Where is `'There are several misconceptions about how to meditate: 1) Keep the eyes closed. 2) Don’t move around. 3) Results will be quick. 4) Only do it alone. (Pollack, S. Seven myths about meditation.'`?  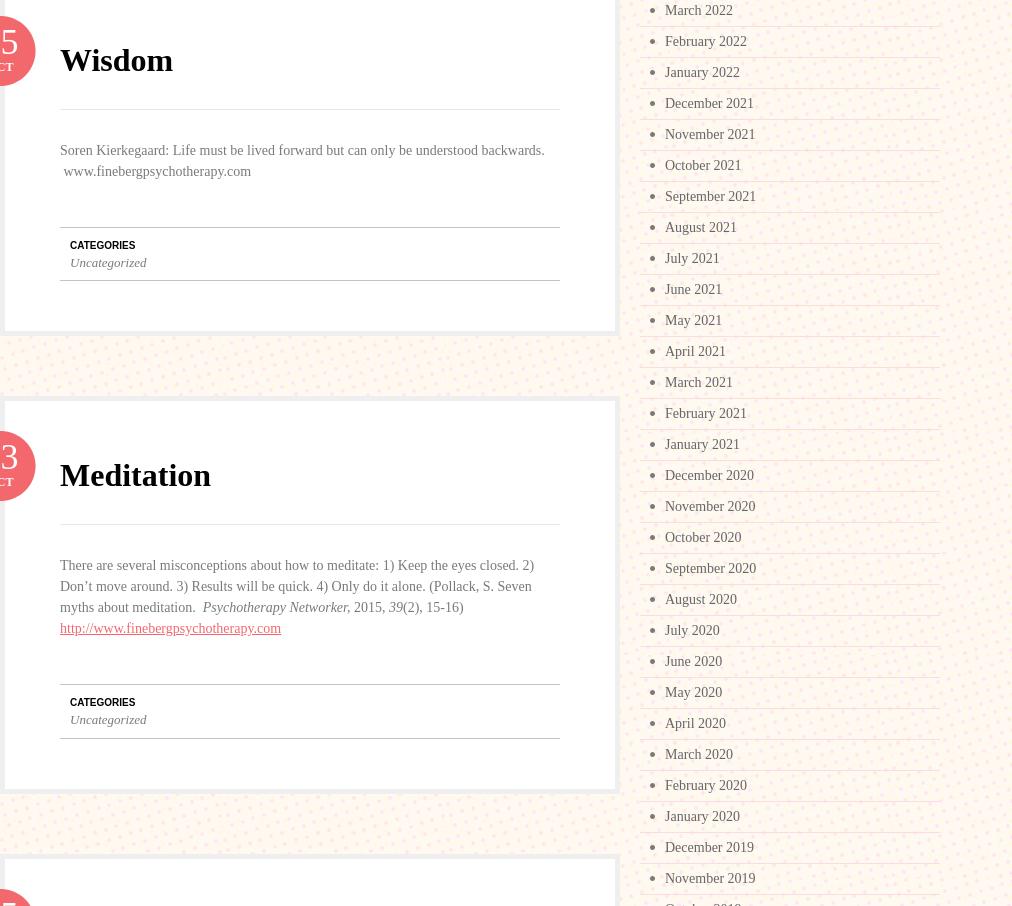 'There are several misconceptions about how to meditate: 1) Keep the eyes closed. 2) Don’t move around. 3) Results will be quick. 4) Only do it alone. (Pollack, S. Seven myths about meditation.' is located at coordinates (296, 585).